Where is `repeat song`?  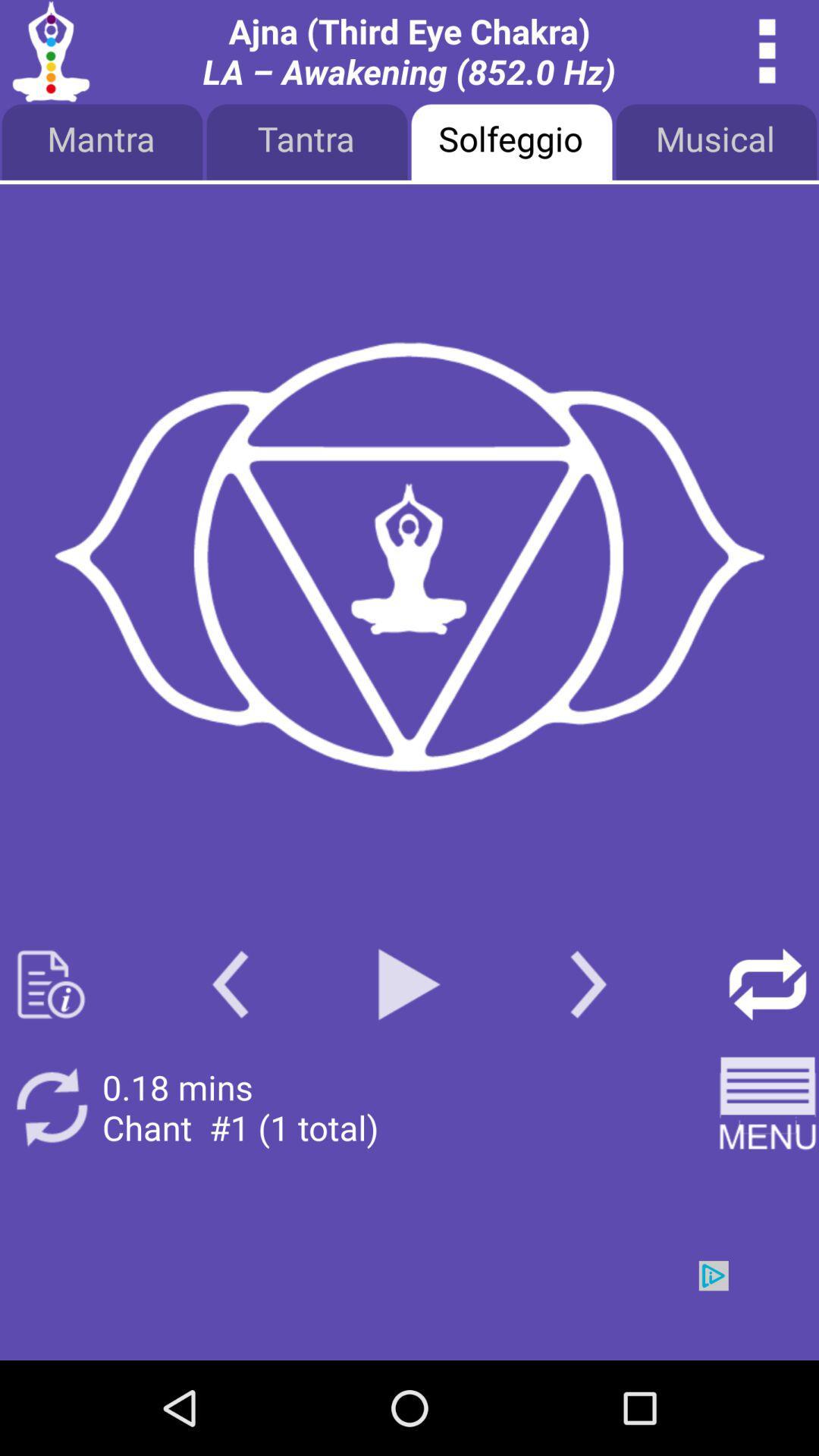
repeat song is located at coordinates (767, 984).